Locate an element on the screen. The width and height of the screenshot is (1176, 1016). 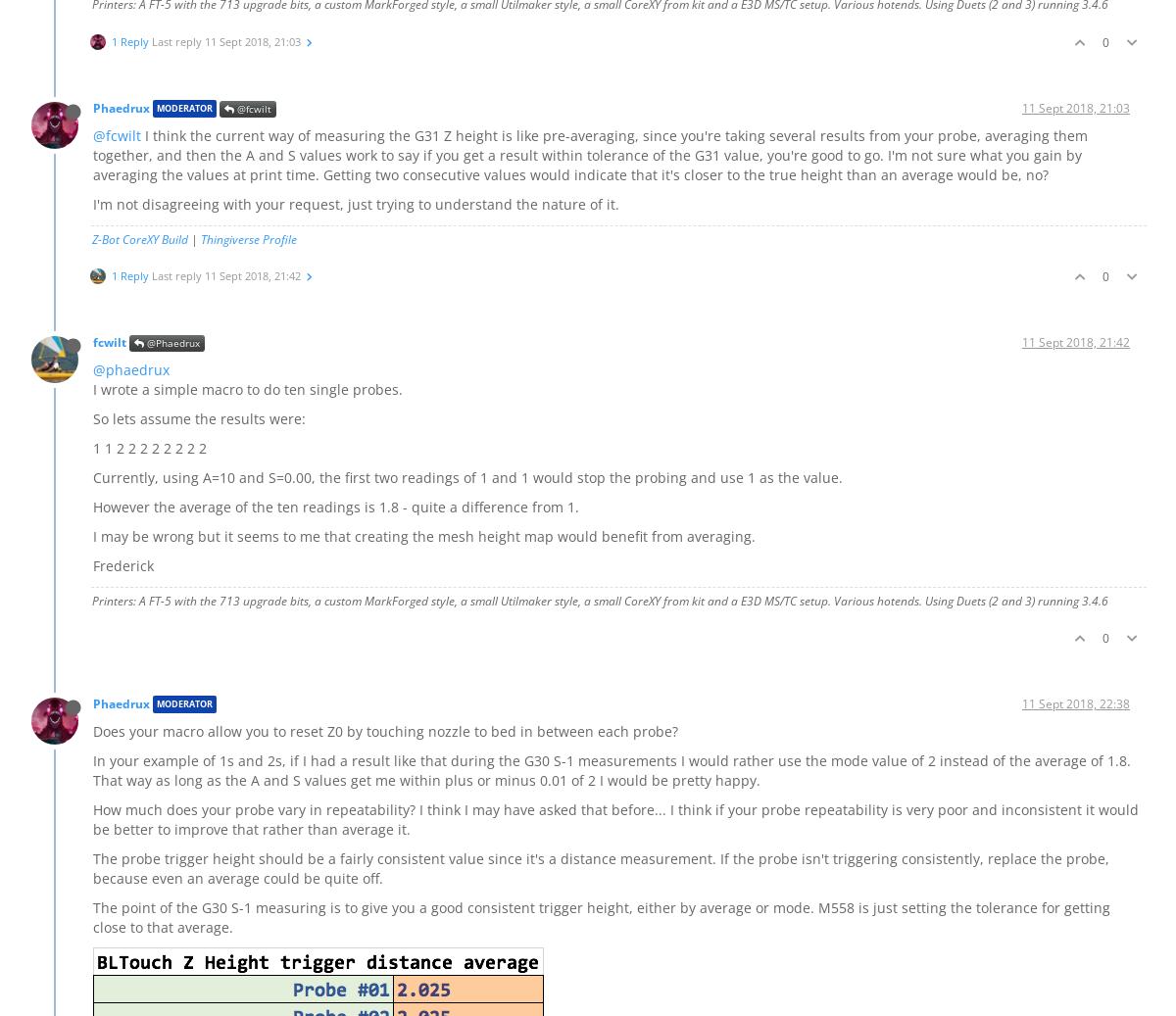
'Frederick' is located at coordinates (123, 564).